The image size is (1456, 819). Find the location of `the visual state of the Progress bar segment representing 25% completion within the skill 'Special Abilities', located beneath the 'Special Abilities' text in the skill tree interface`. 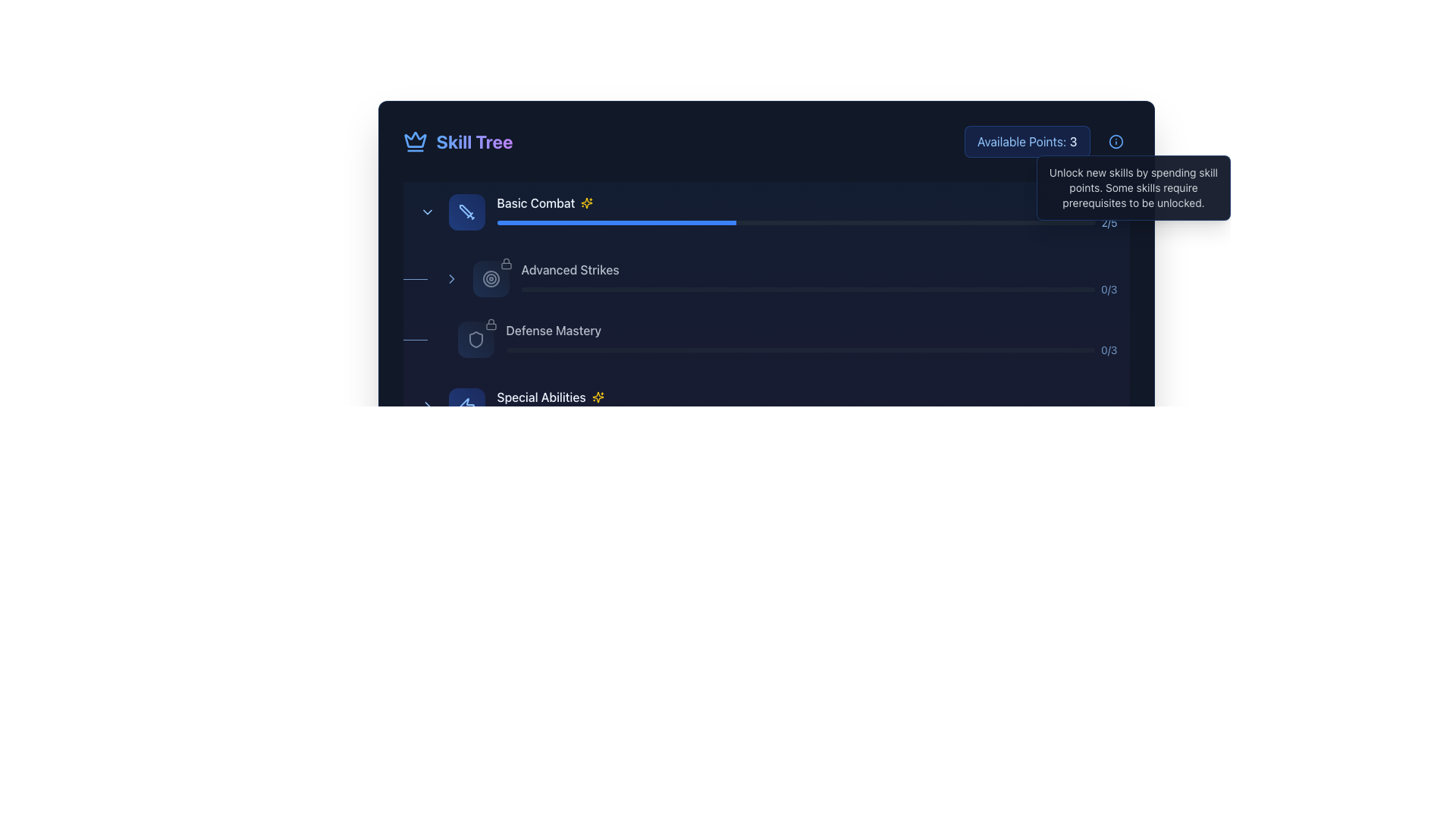

the visual state of the Progress bar segment representing 25% completion within the skill 'Special Abilities', located beneath the 'Special Abilities' text in the skill tree interface is located at coordinates (571, 417).